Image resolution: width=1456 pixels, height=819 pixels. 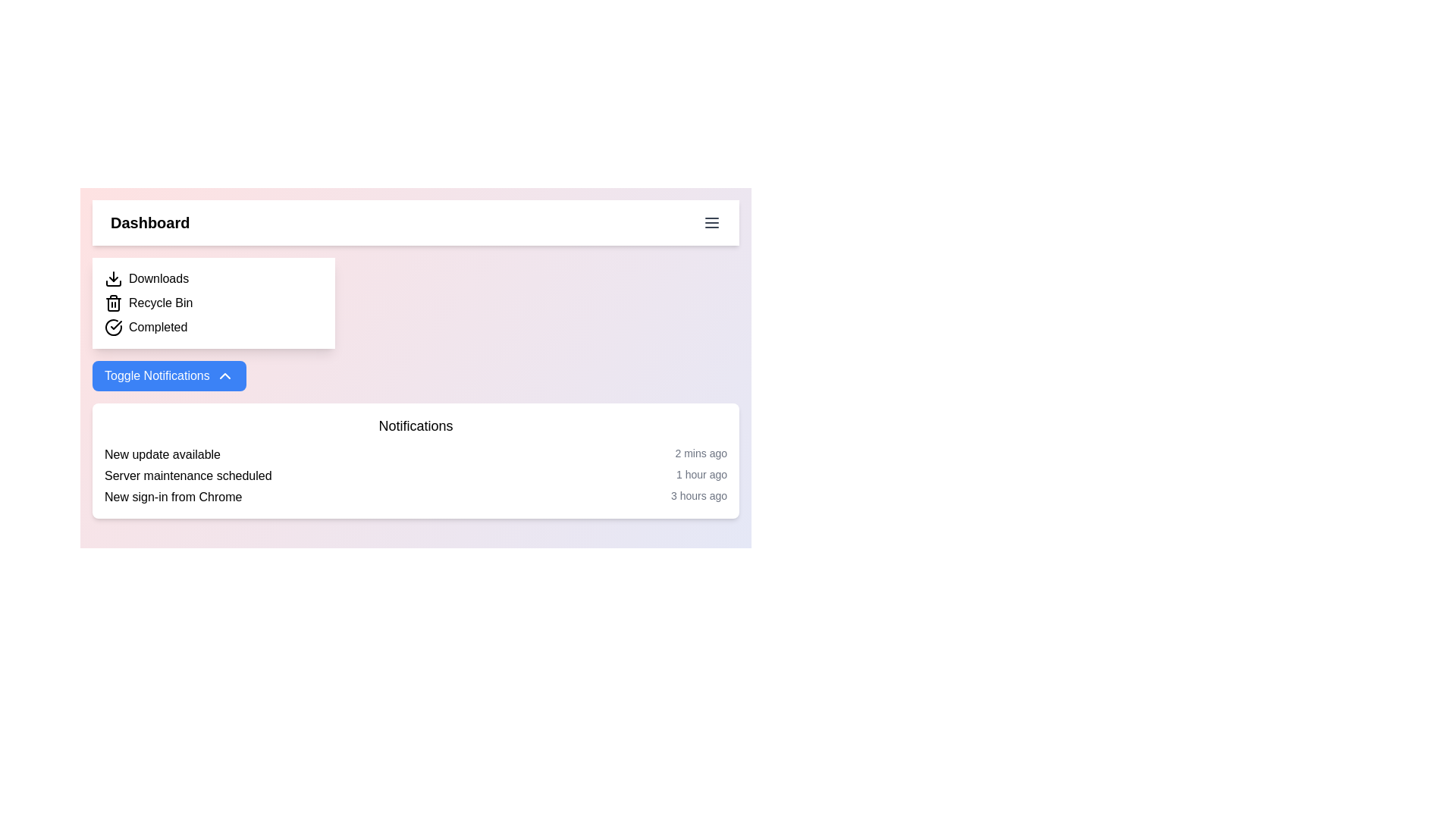 I want to click on the 'Recycle Bin' item in the dashboard list, so click(x=213, y=303).